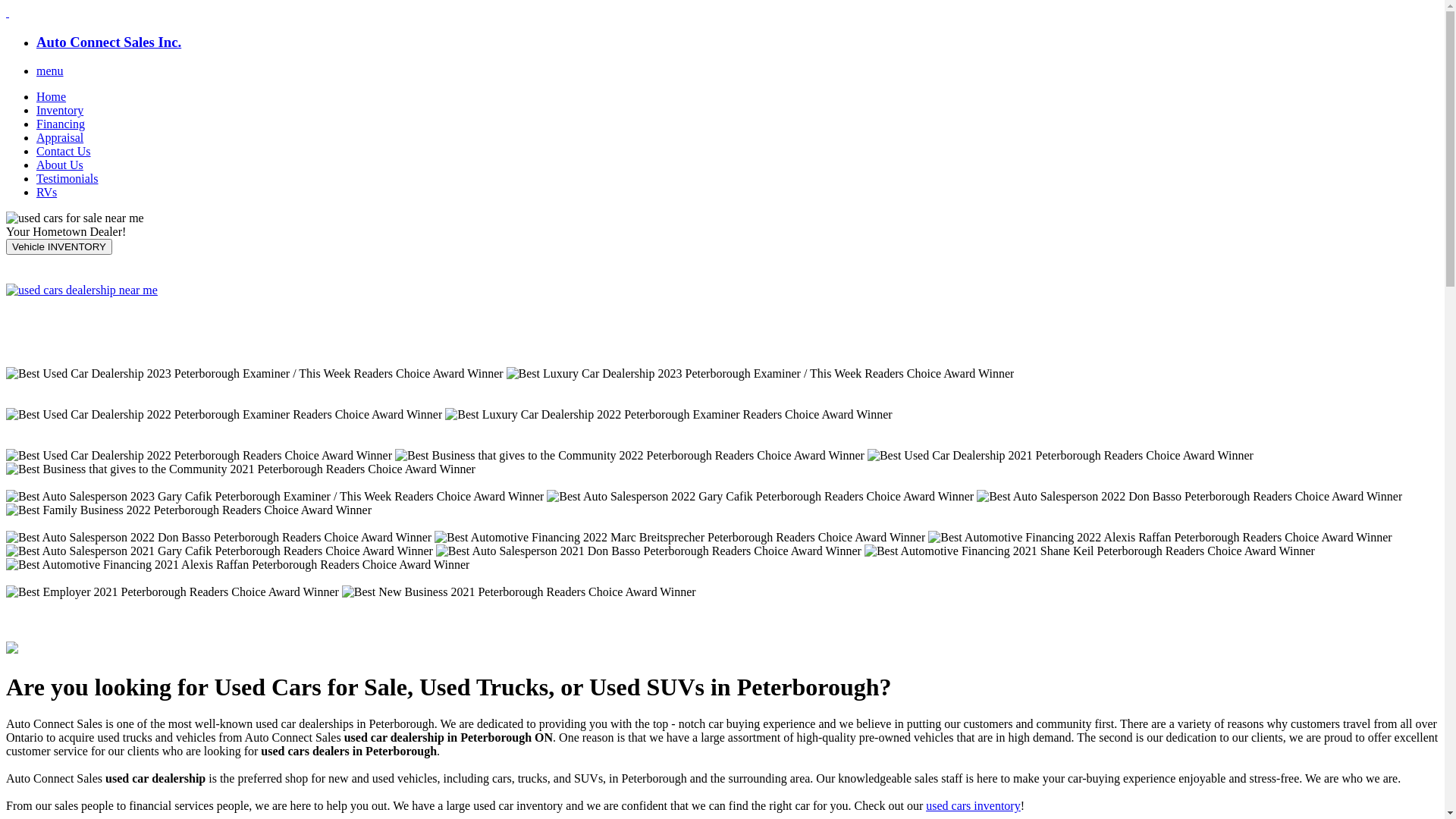  Describe the element at coordinates (59, 109) in the screenshot. I see `'Inventory'` at that location.